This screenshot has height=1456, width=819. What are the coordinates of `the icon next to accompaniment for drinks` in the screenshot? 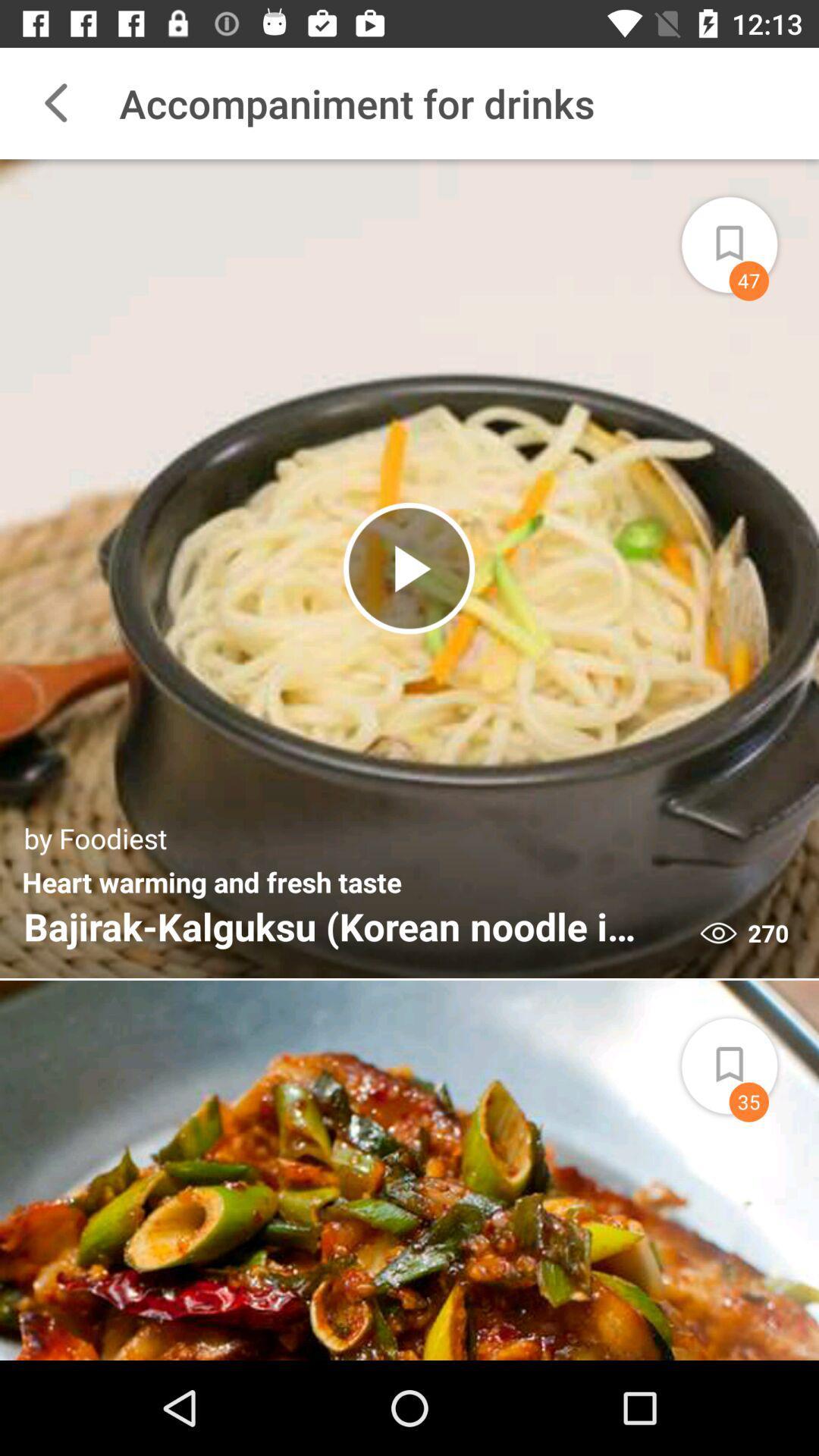 It's located at (55, 102).